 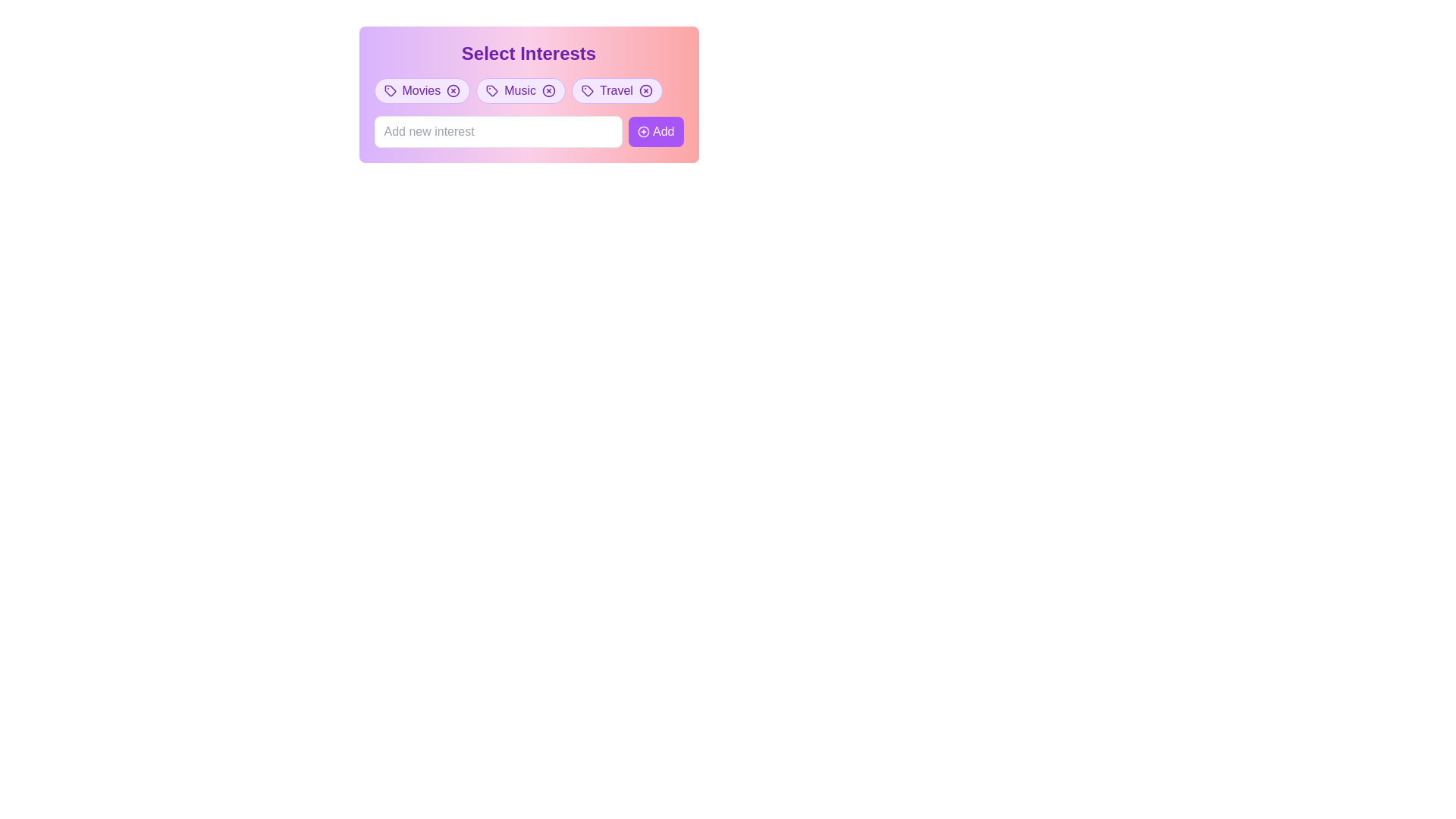 I want to click on the 'Add new interest' button to change its appearance, which is located to the right of the text input field, so click(x=656, y=130).